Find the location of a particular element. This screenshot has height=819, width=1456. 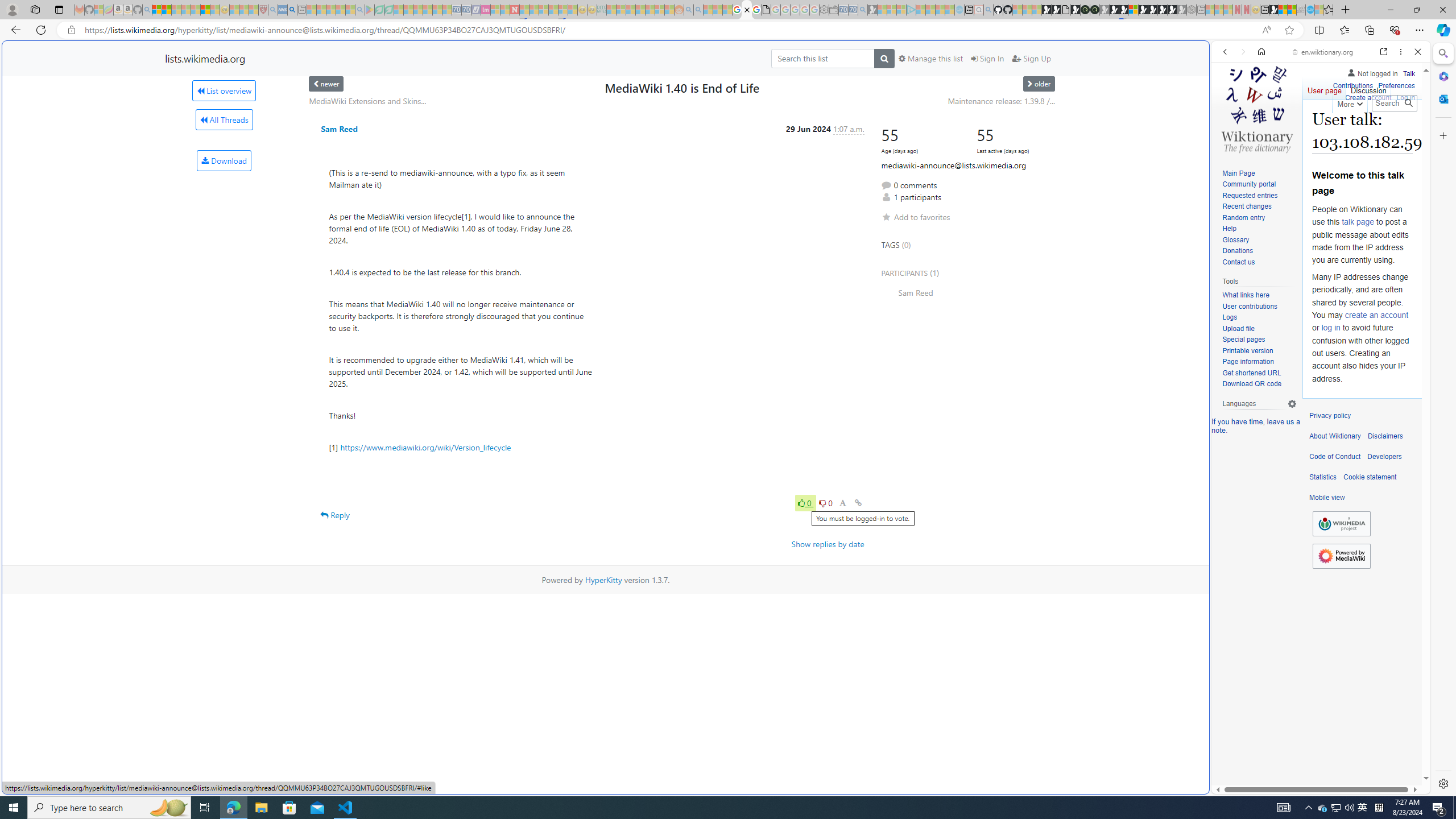

'Disclaimers' is located at coordinates (1384, 436).